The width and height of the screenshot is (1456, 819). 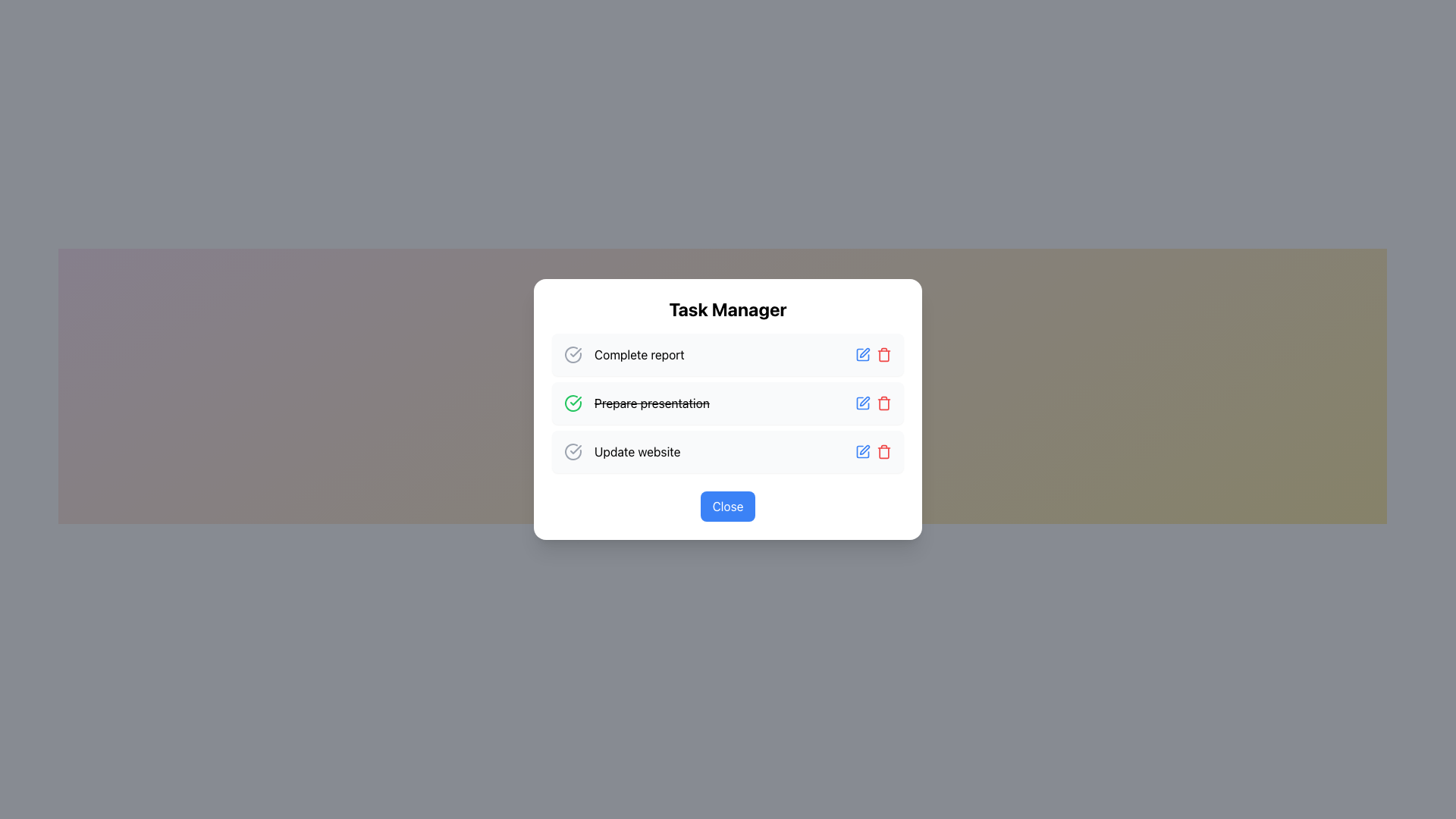 What do you see at coordinates (884, 354) in the screenshot?
I see `the delete button located on the far-right side of the task row containing the text 'Prepare presentation'` at bounding box center [884, 354].